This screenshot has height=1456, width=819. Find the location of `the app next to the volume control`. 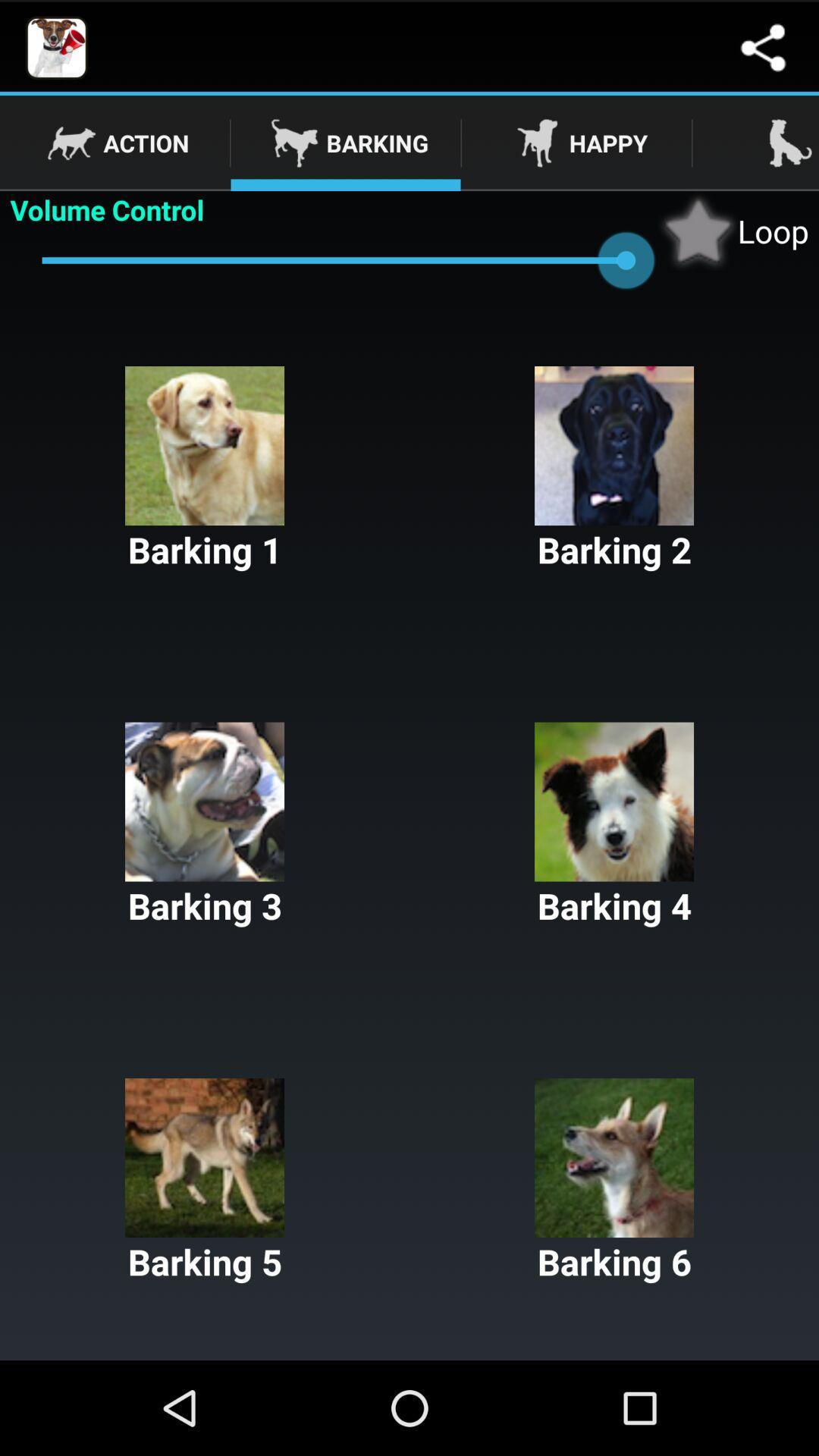

the app next to the volume control is located at coordinates (733, 230).